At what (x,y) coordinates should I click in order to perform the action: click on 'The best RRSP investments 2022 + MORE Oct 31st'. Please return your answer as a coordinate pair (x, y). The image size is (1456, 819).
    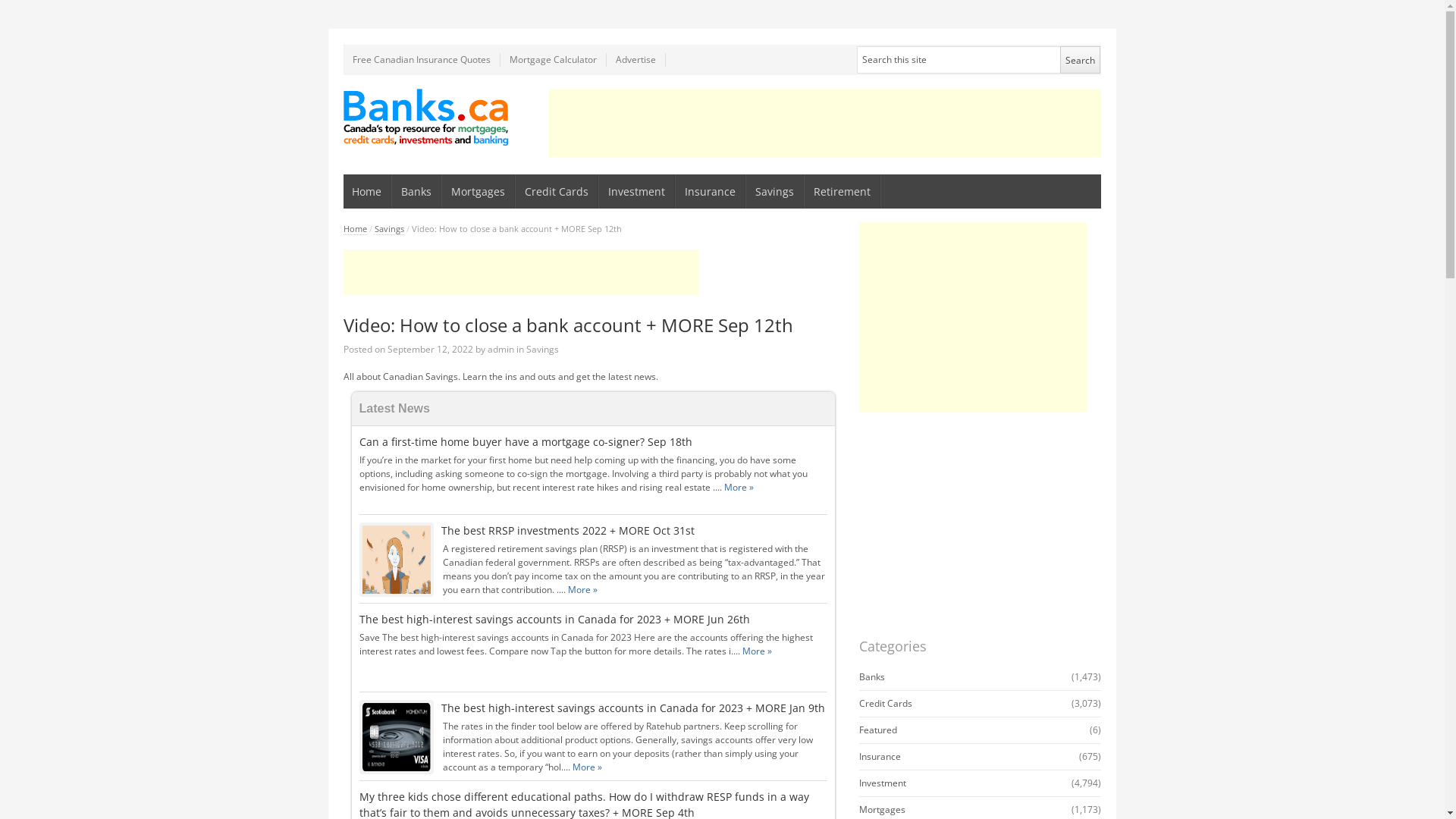
    Looking at the image, I should click on (566, 529).